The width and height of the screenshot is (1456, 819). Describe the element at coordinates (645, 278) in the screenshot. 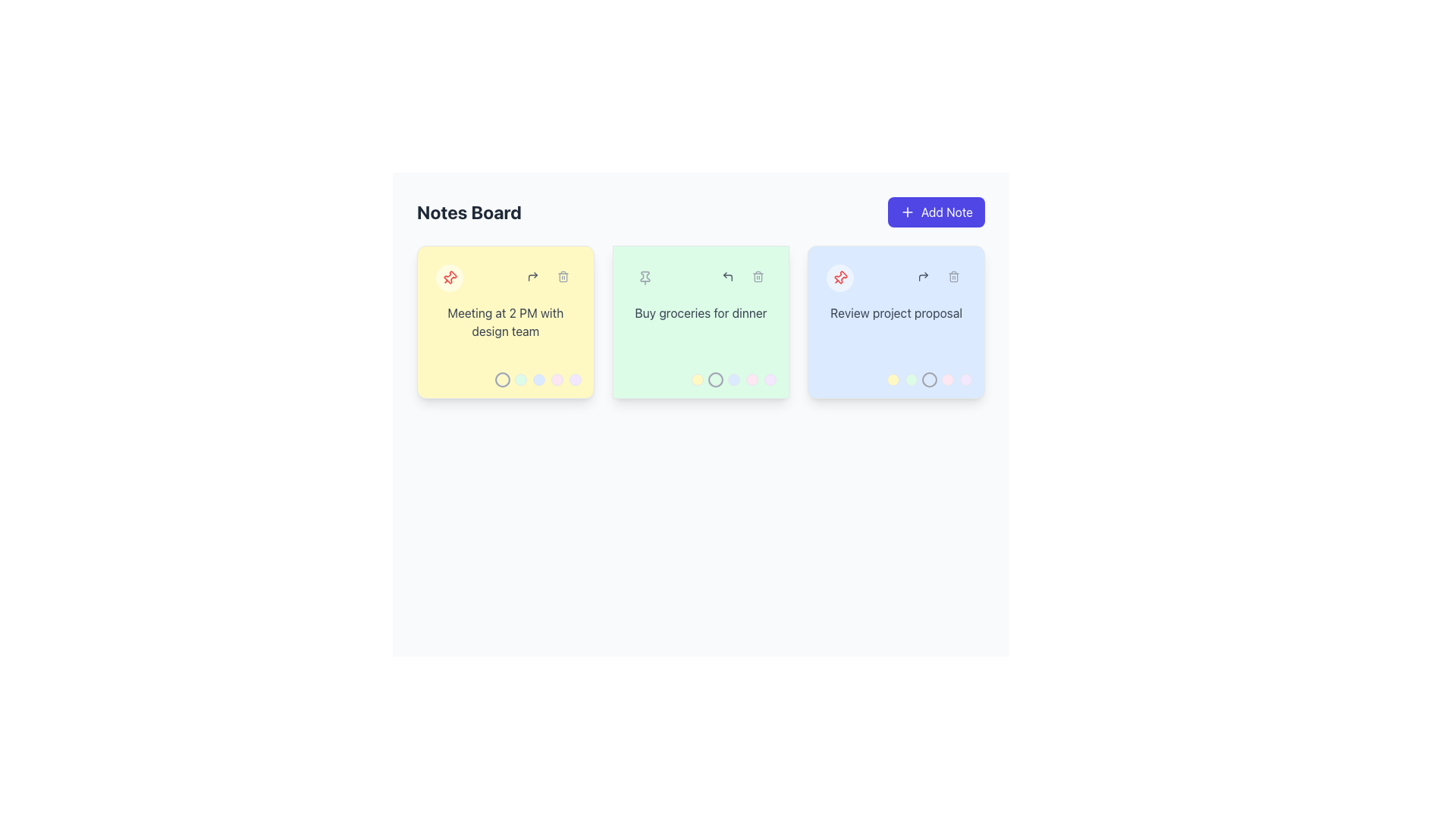

I see `the pin icon button located at the top-left corner of the green notecard labeled 'Buy groceries for dinner'` at that location.